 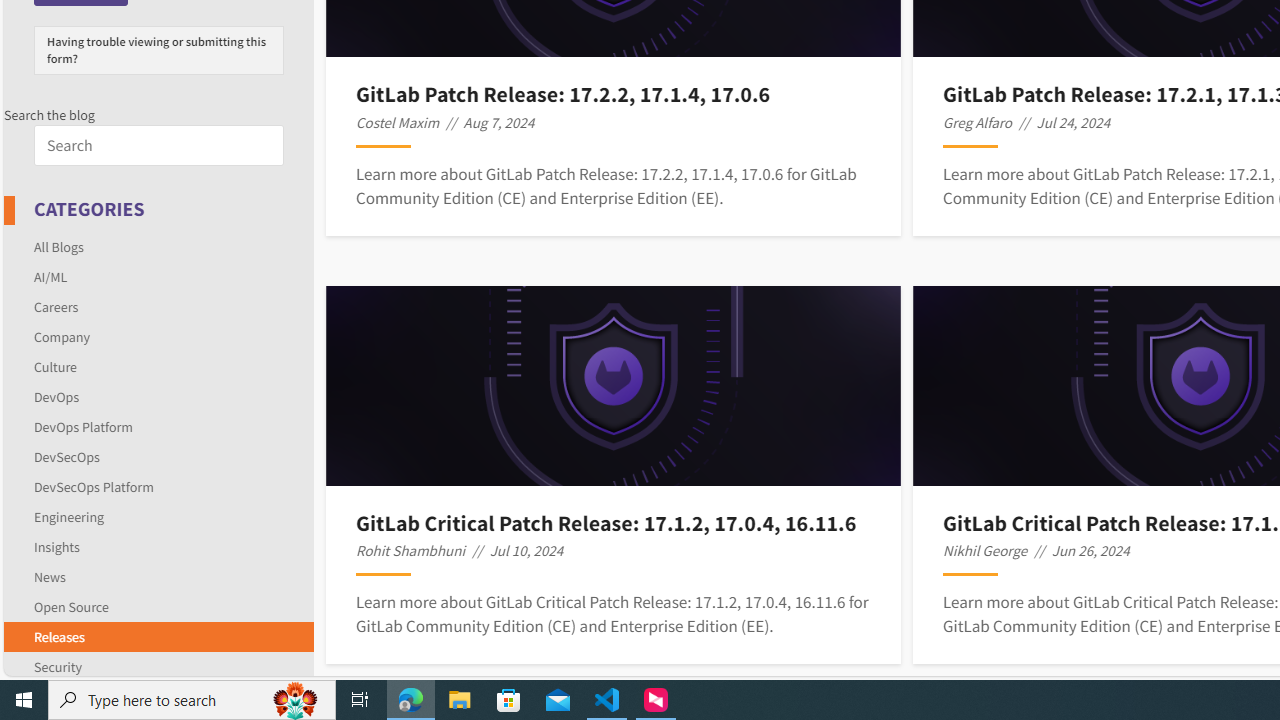 What do you see at coordinates (157, 335) in the screenshot?
I see `'Company'` at bounding box center [157, 335].